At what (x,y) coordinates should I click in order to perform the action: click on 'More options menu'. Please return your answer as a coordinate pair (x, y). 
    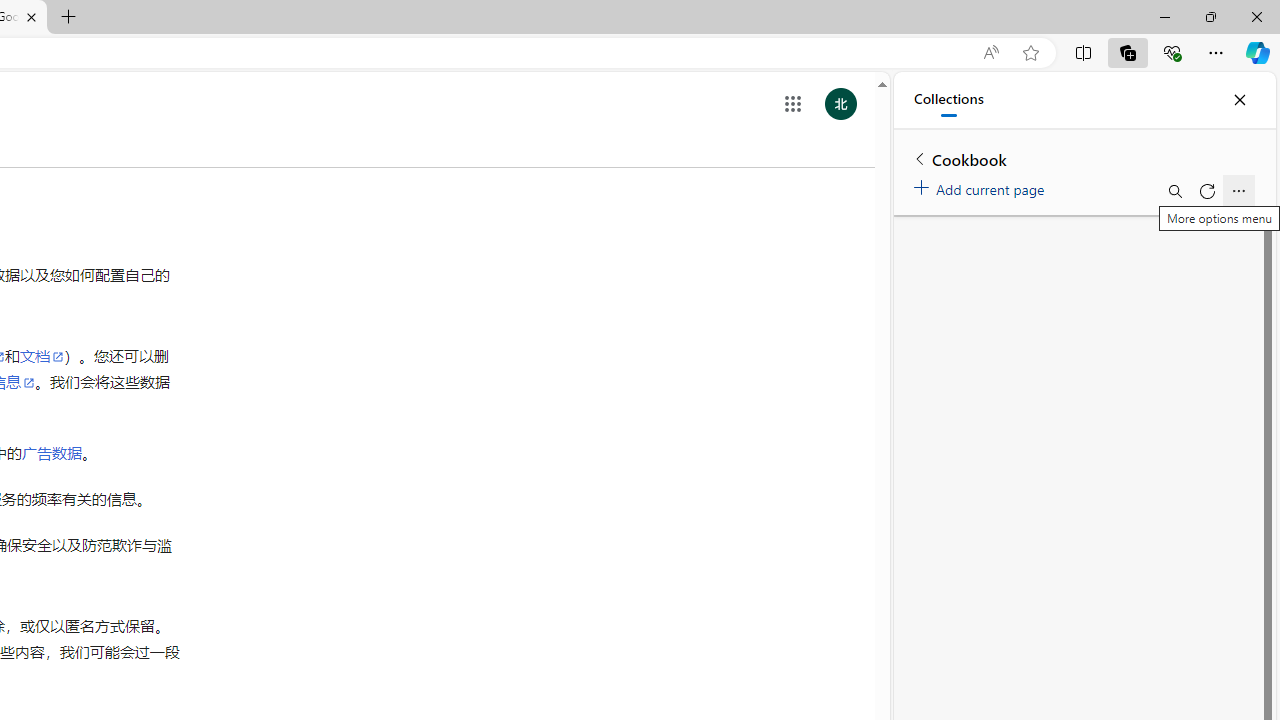
    Looking at the image, I should click on (1237, 191).